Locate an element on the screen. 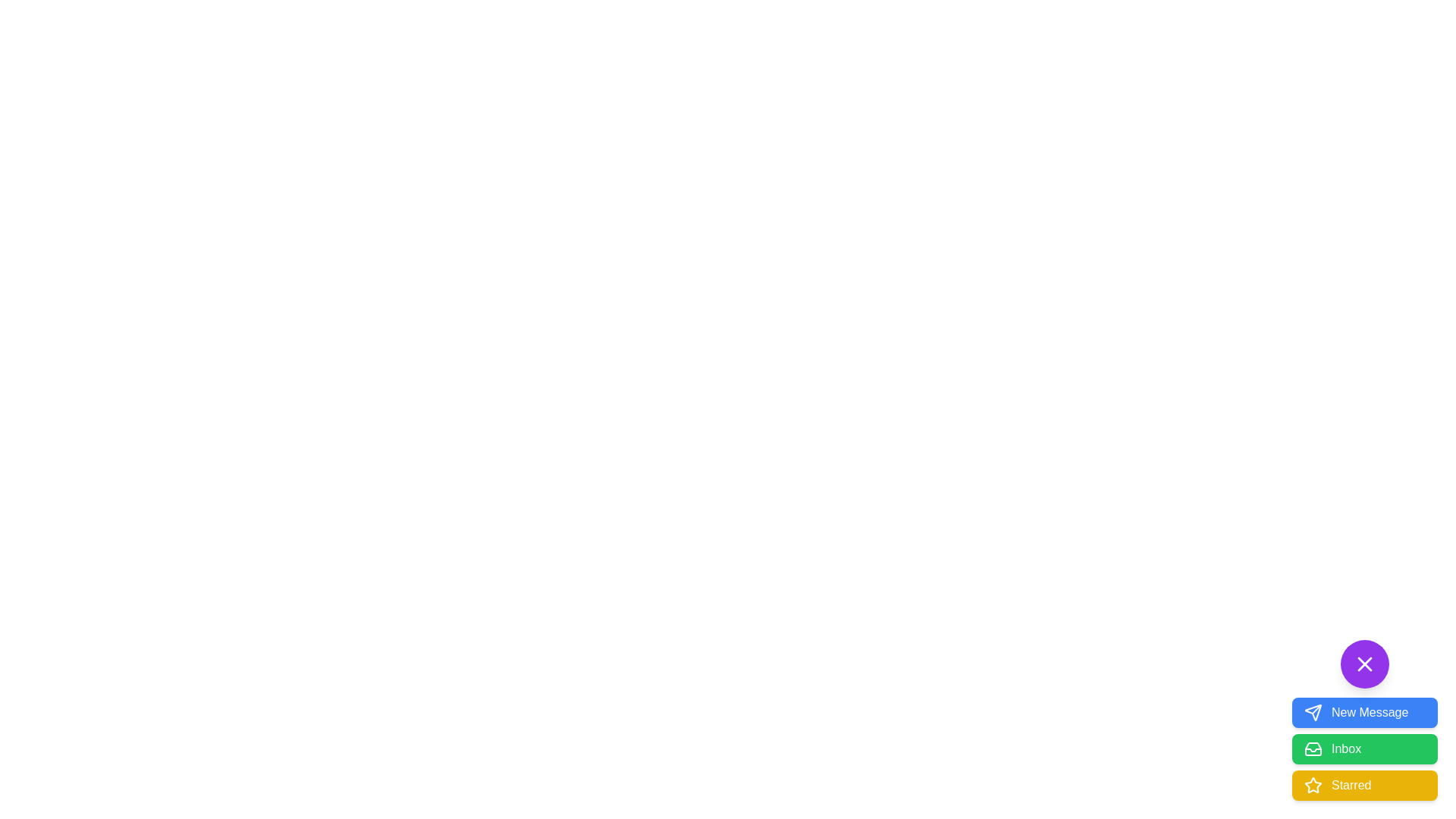 The width and height of the screenshot is (1456, 819). the 'Send' or 'New Message' button, which is the first icon in the stack of interactive buttons located at the lower right corner, above the 'Inbox' rectangle and below the rounded purple 'X' icon is located at coordinates (1313, 713).